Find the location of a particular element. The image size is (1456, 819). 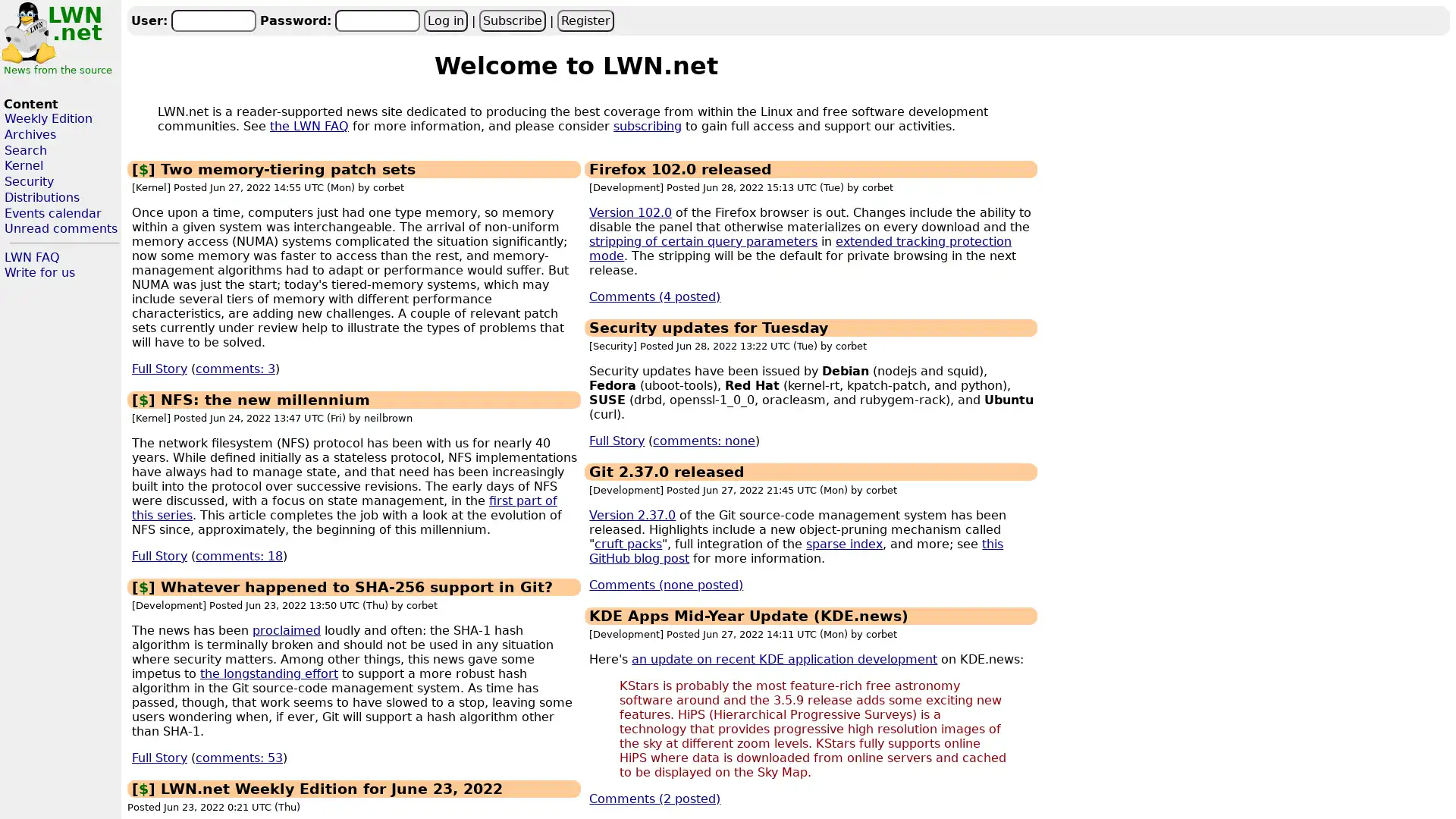

Log in is located at coordinates (444, 20).